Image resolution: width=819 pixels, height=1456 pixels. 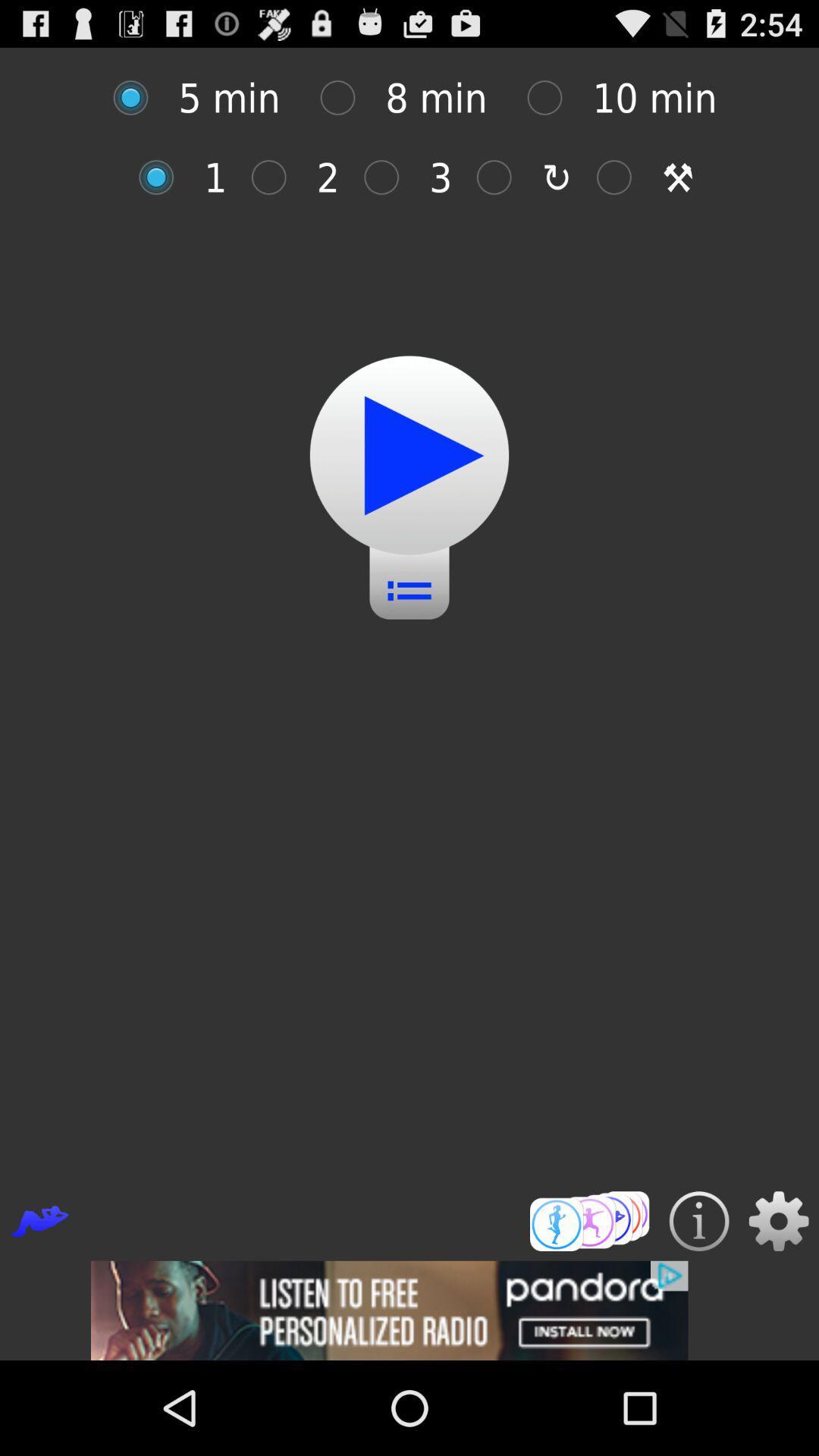 I want to click on duration, so click(x=553, y=97).